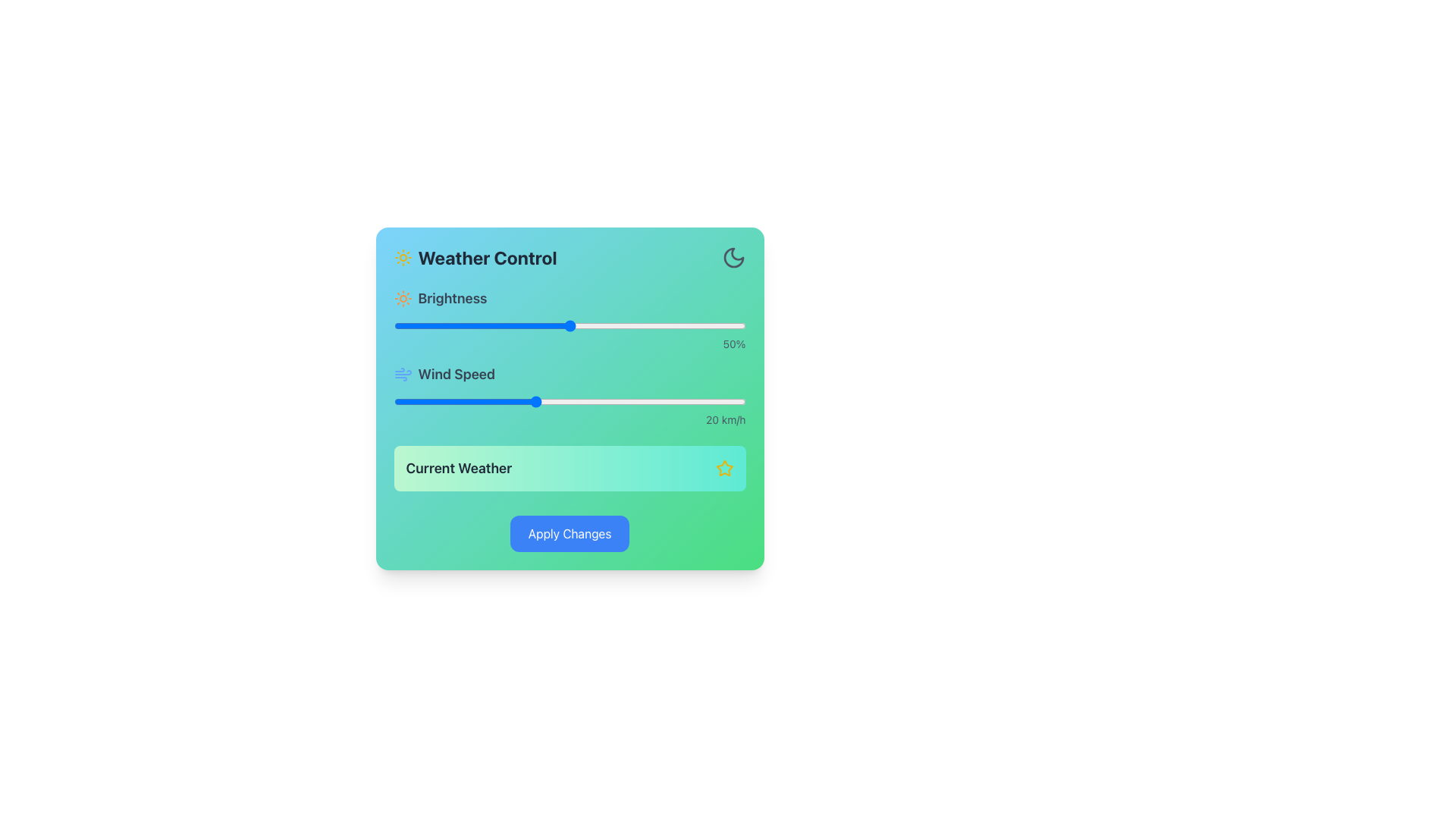  Describe the element at coordinates (404, 325) in the screenshot. I see `the brightness level` at that location.